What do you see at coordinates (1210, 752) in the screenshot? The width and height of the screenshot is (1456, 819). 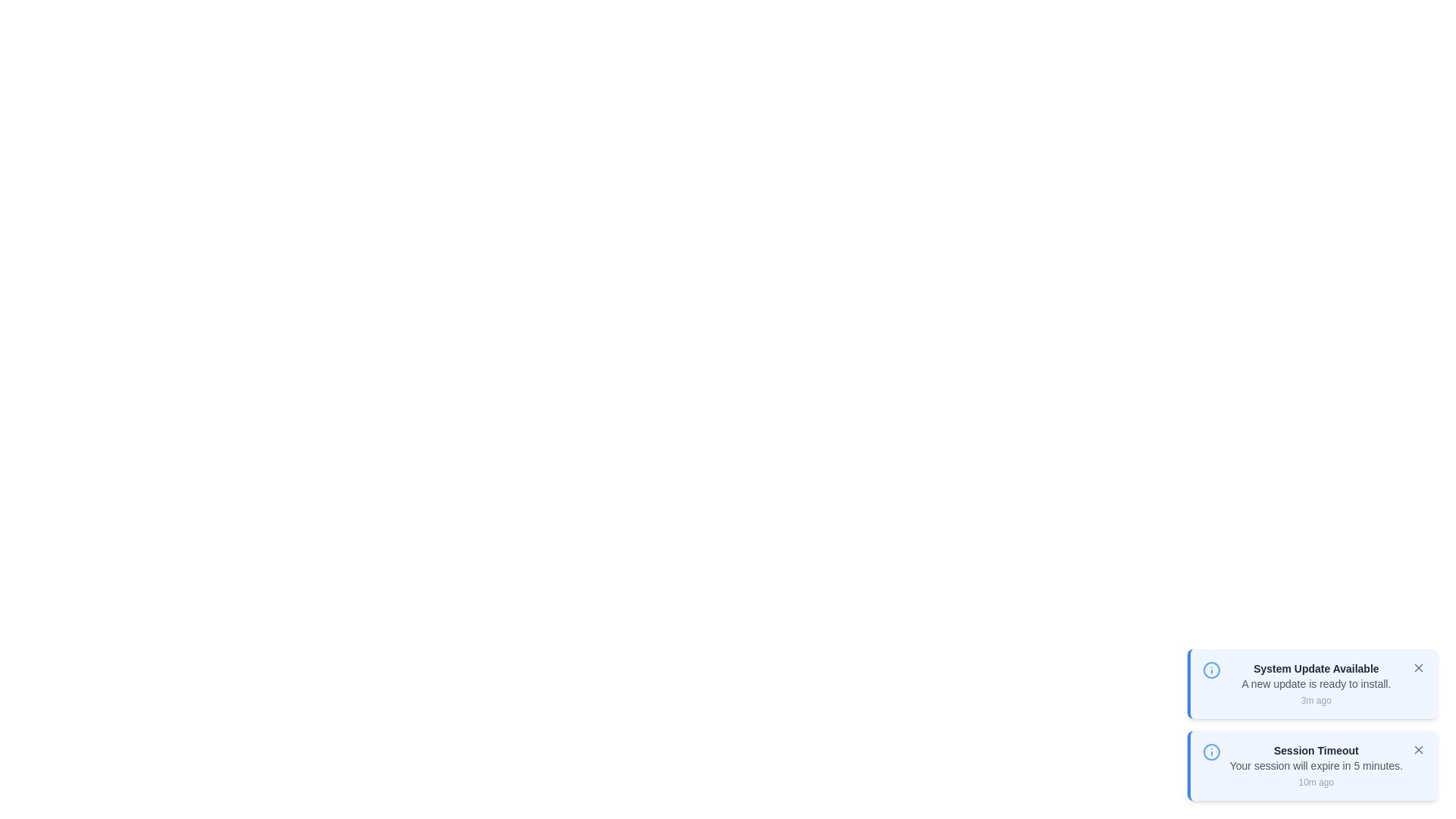 I see `the notification icon for Session Timeout` at bounding box center [1210, 752].